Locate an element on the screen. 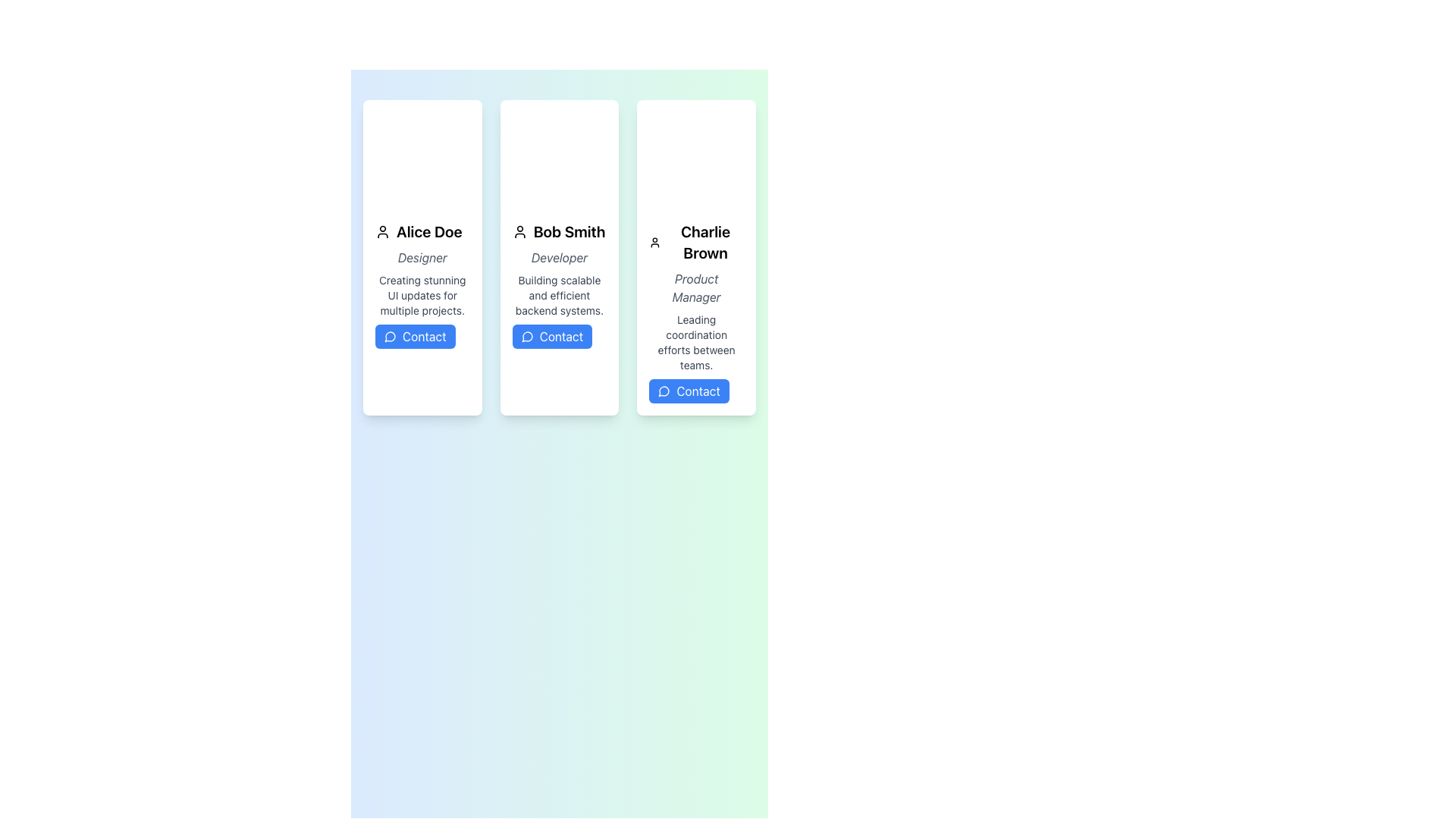 The image size is (1456, 819). the circular speech bubble icon that is part of the 'Contact' button located at the bottom of the card labeled 'Alice Doe' is located at coordinates (390, 335).